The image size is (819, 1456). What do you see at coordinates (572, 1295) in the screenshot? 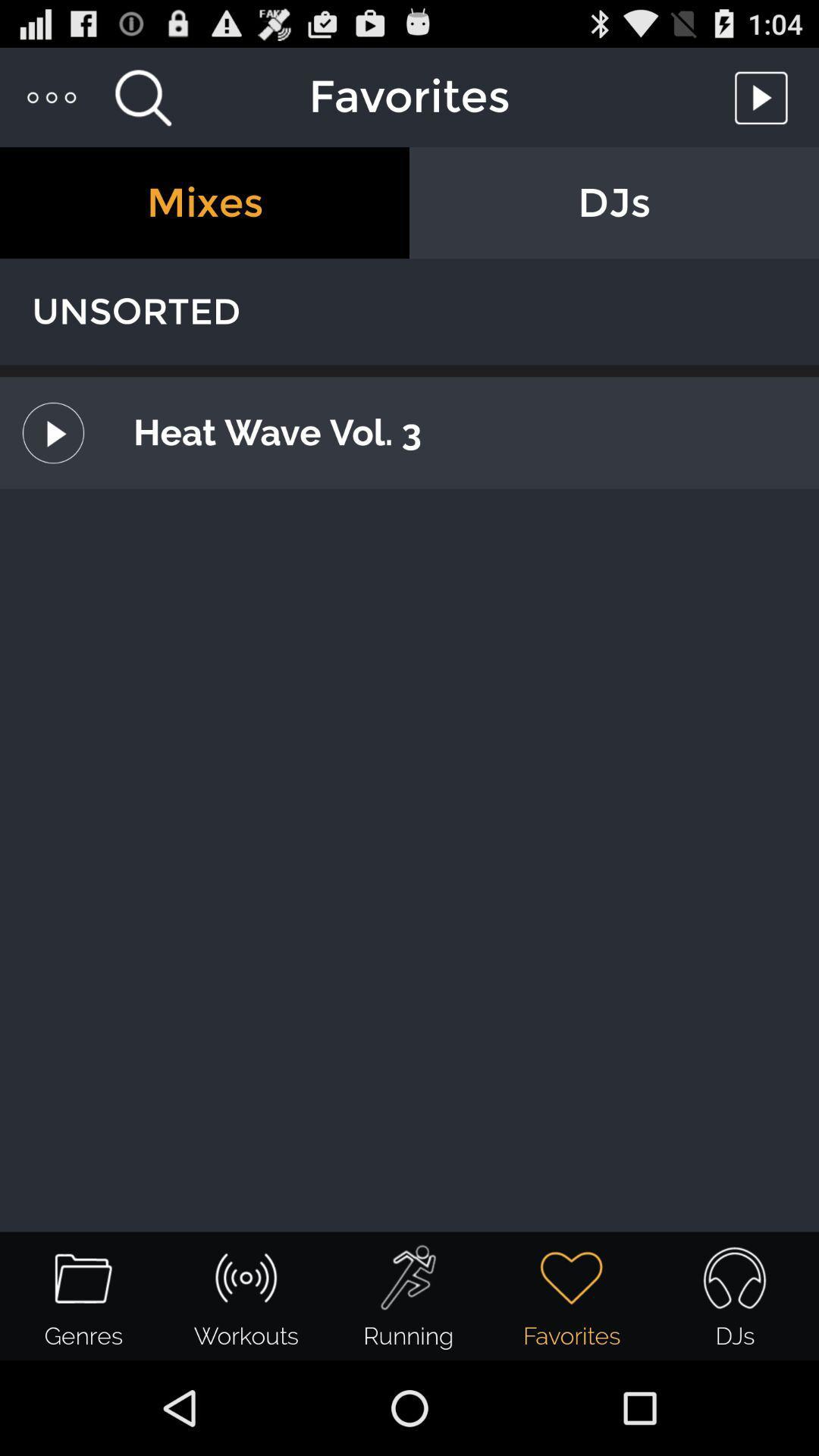
I see `the option favorites positioned left to djs` at bounding box center [572, 1295].